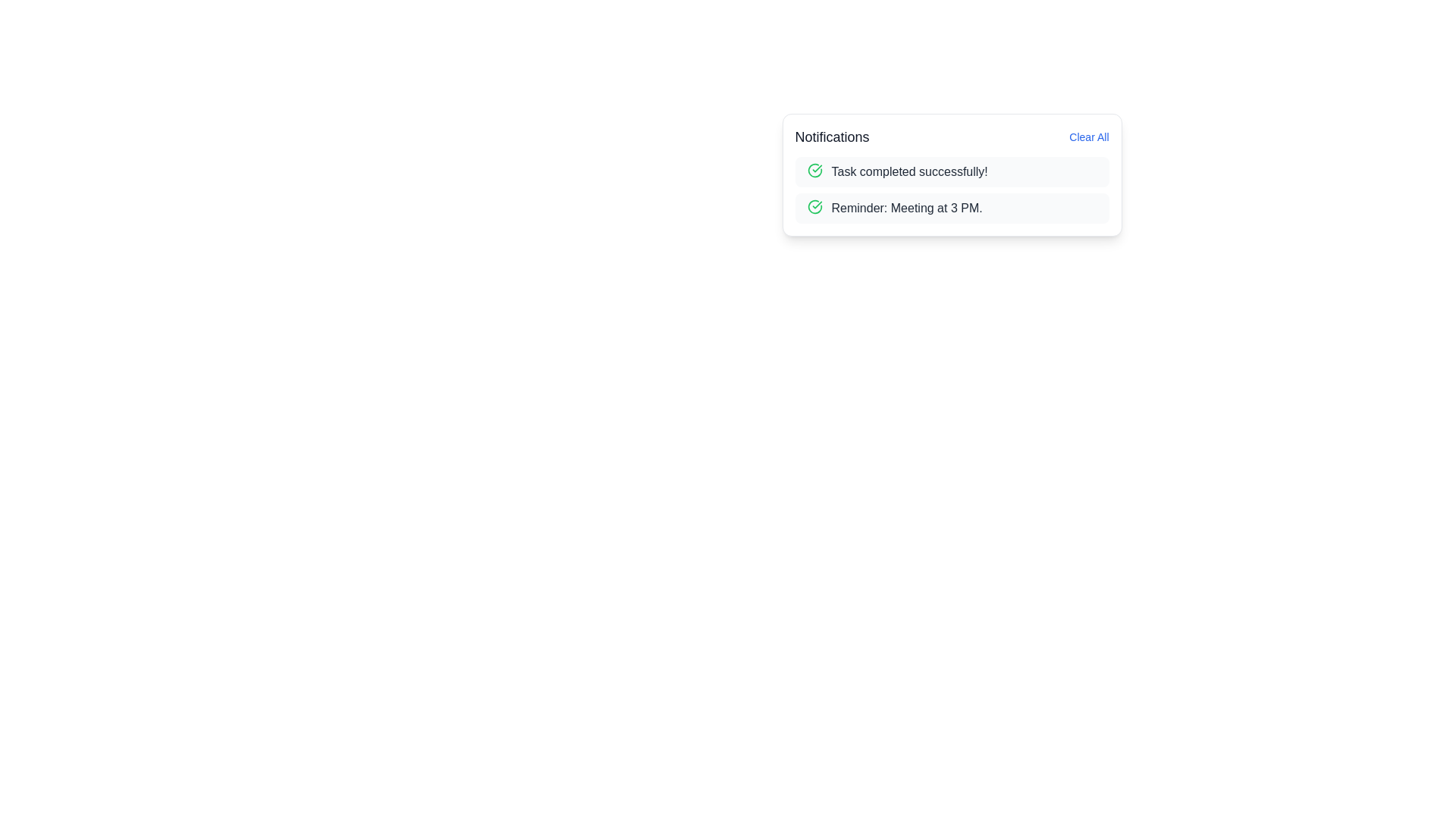 The image size is (1456, 819). I want to click on the text label indicating successful task completion, located within the second notification entry, to the right of the green check icon, so click(909, 171).